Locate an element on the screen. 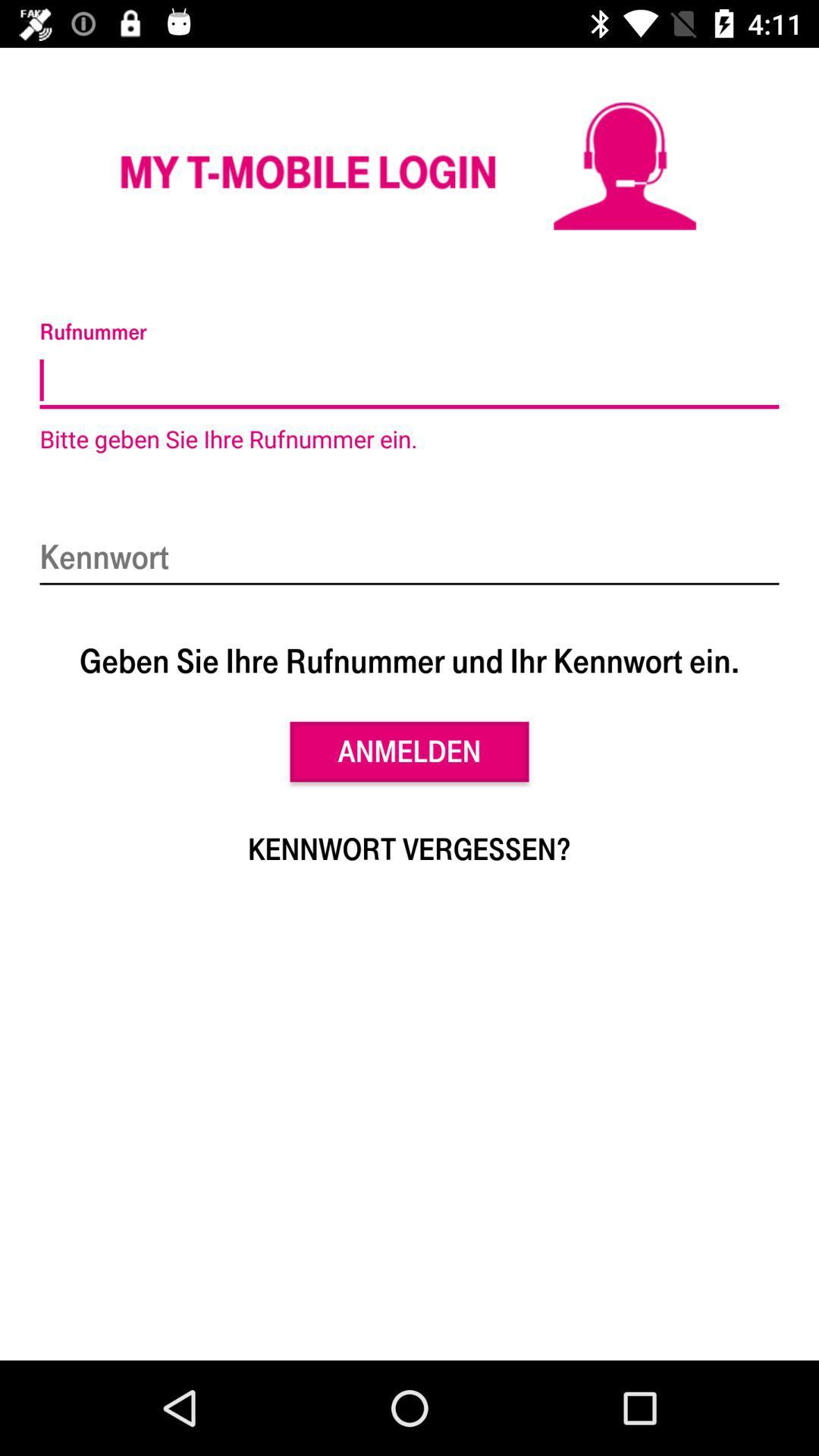 The image size is (819, 1456). anmelden is located at coordinates (409, 752).